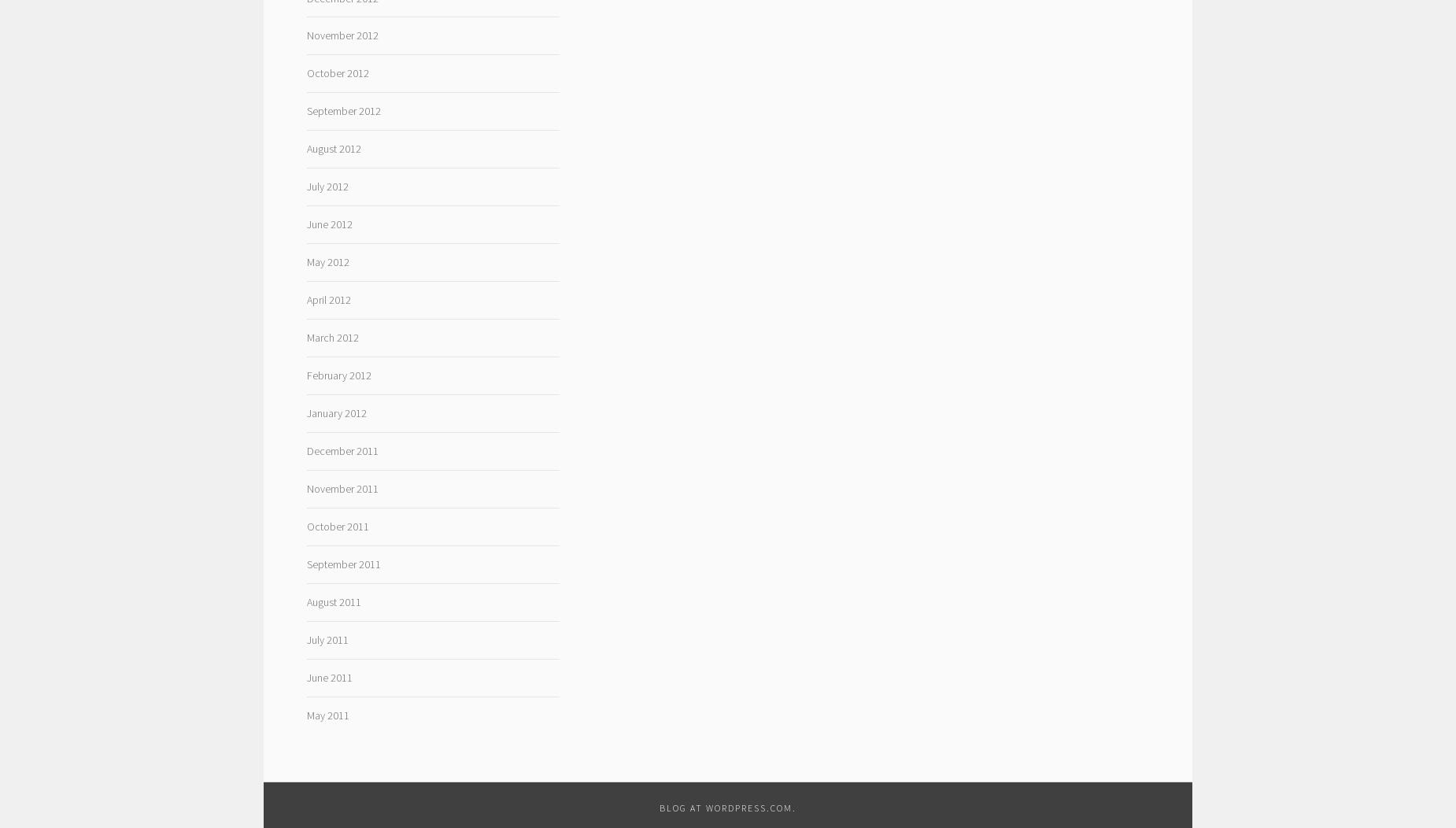 The image size is (1456, 828). What do you see at coordinates (341, 488) in the screenshot?
I see `'November 2011'` at bounding box center [341, 488].